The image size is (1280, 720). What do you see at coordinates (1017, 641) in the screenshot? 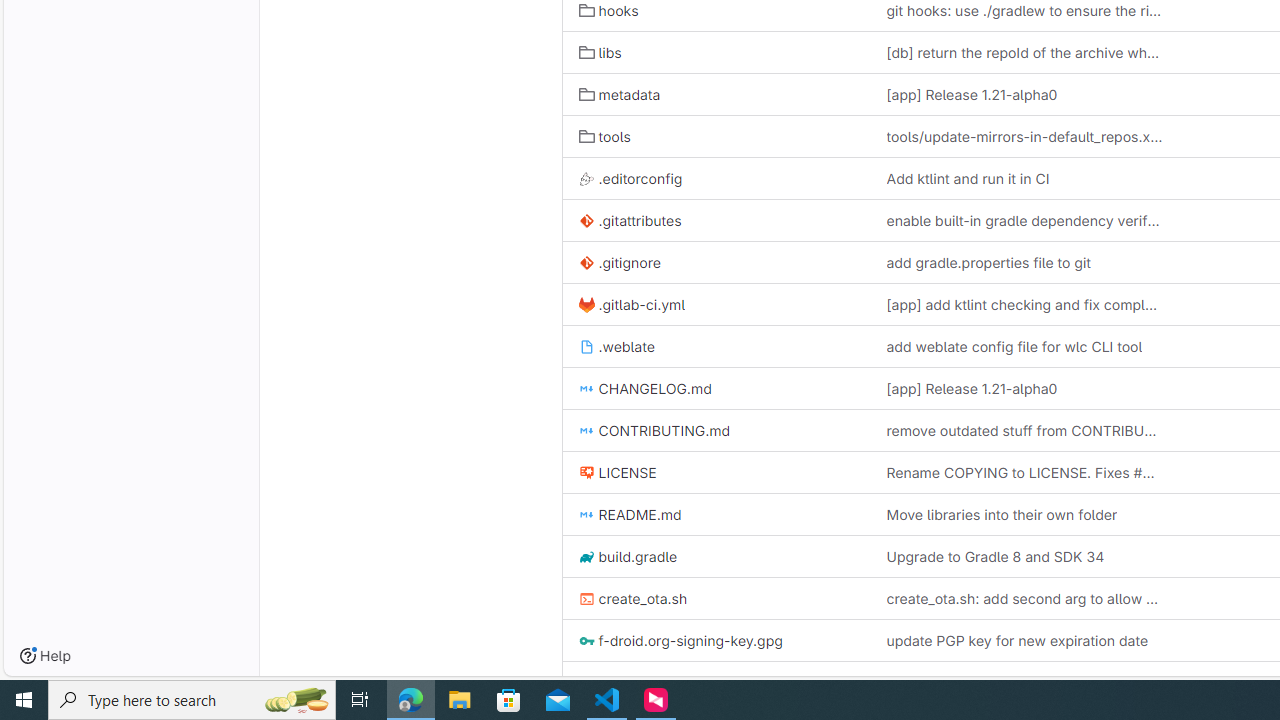
I see `'update PGP key for new expiration date'` at bounding box center [1017, 641].